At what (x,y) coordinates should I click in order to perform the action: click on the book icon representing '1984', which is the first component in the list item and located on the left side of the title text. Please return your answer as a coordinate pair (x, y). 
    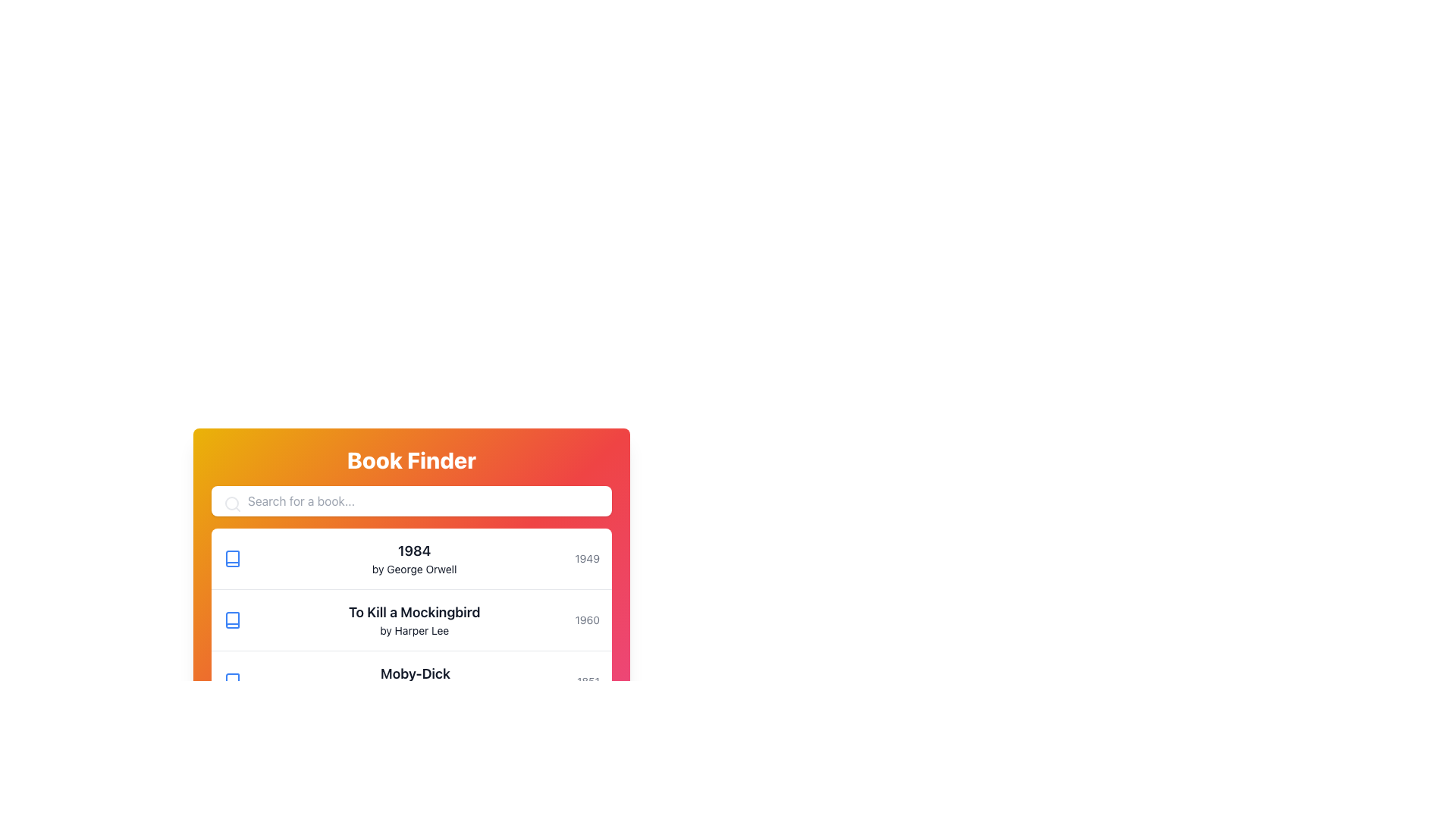
    Looking at the image, I should click on (232, 558).